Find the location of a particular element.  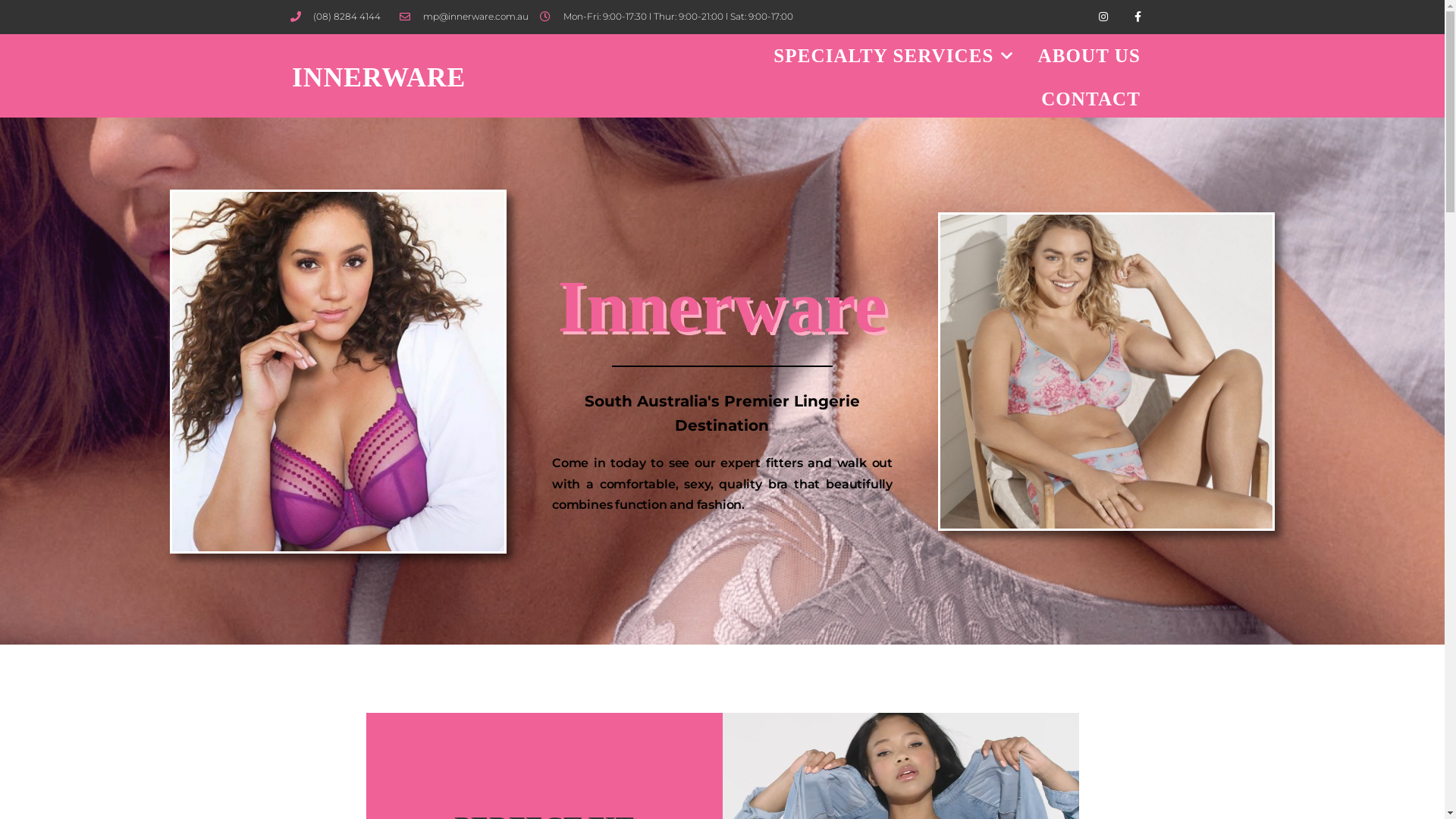

'ABOUT US' is located at coordinates (1026, 55).